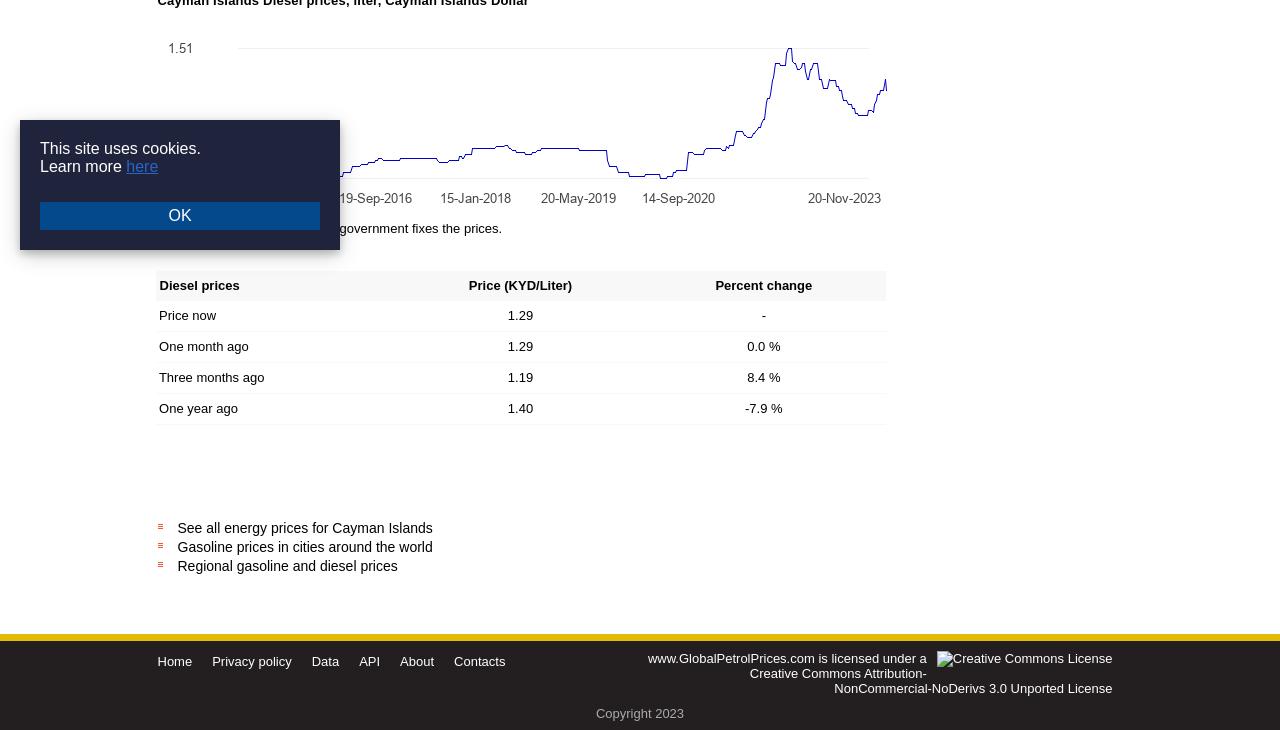 The image size is (1280, 730). What do you see at coordinates (762, 285) in the screenshot?
I see `'Percent change'` at bounding box center [762, 285].